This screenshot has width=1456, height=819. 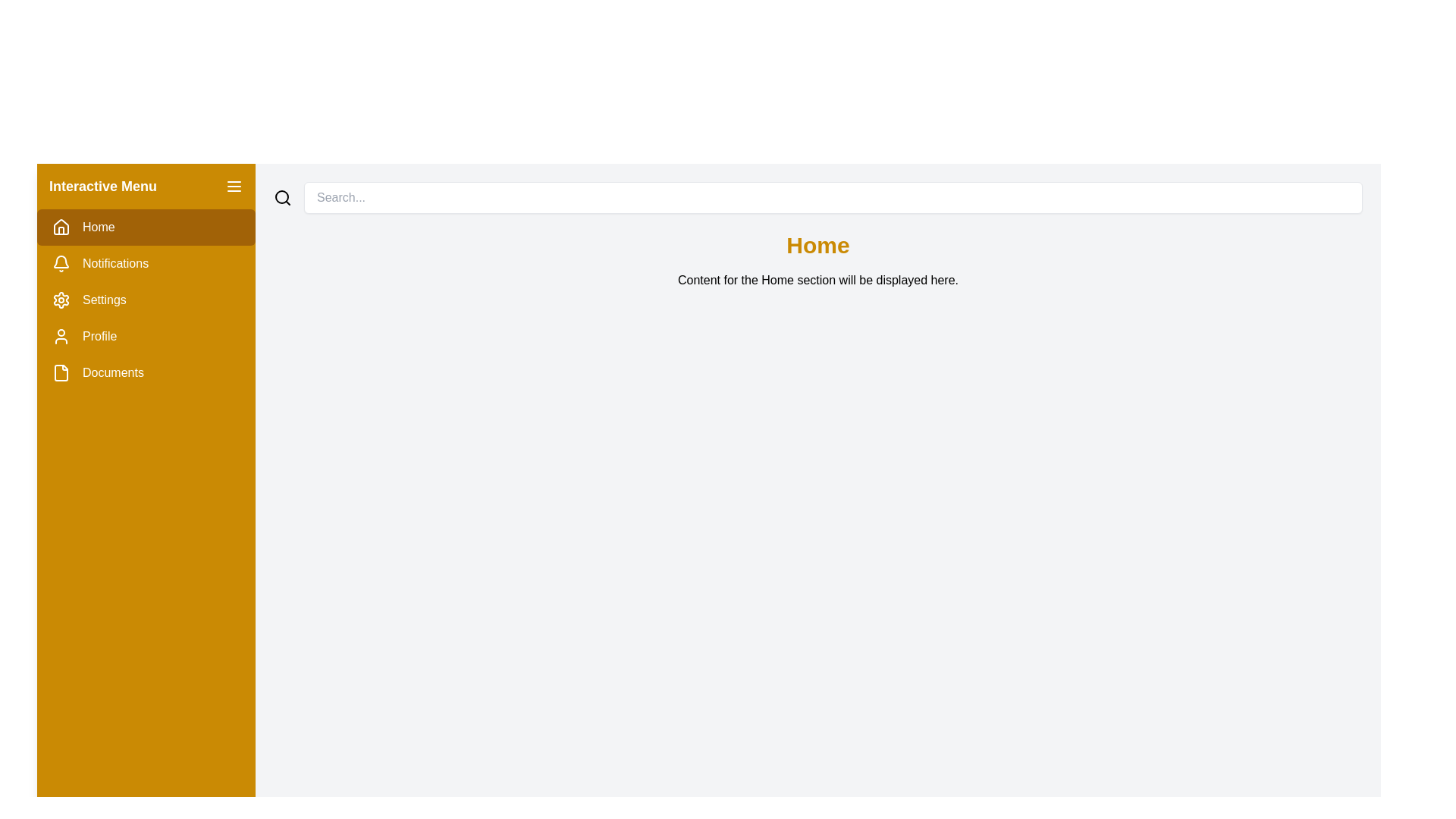 I want to click on the vertical rectangular icon resembling a house door in the sidebar menu associated with the 'Home' tab, so click(x=61, y=231).